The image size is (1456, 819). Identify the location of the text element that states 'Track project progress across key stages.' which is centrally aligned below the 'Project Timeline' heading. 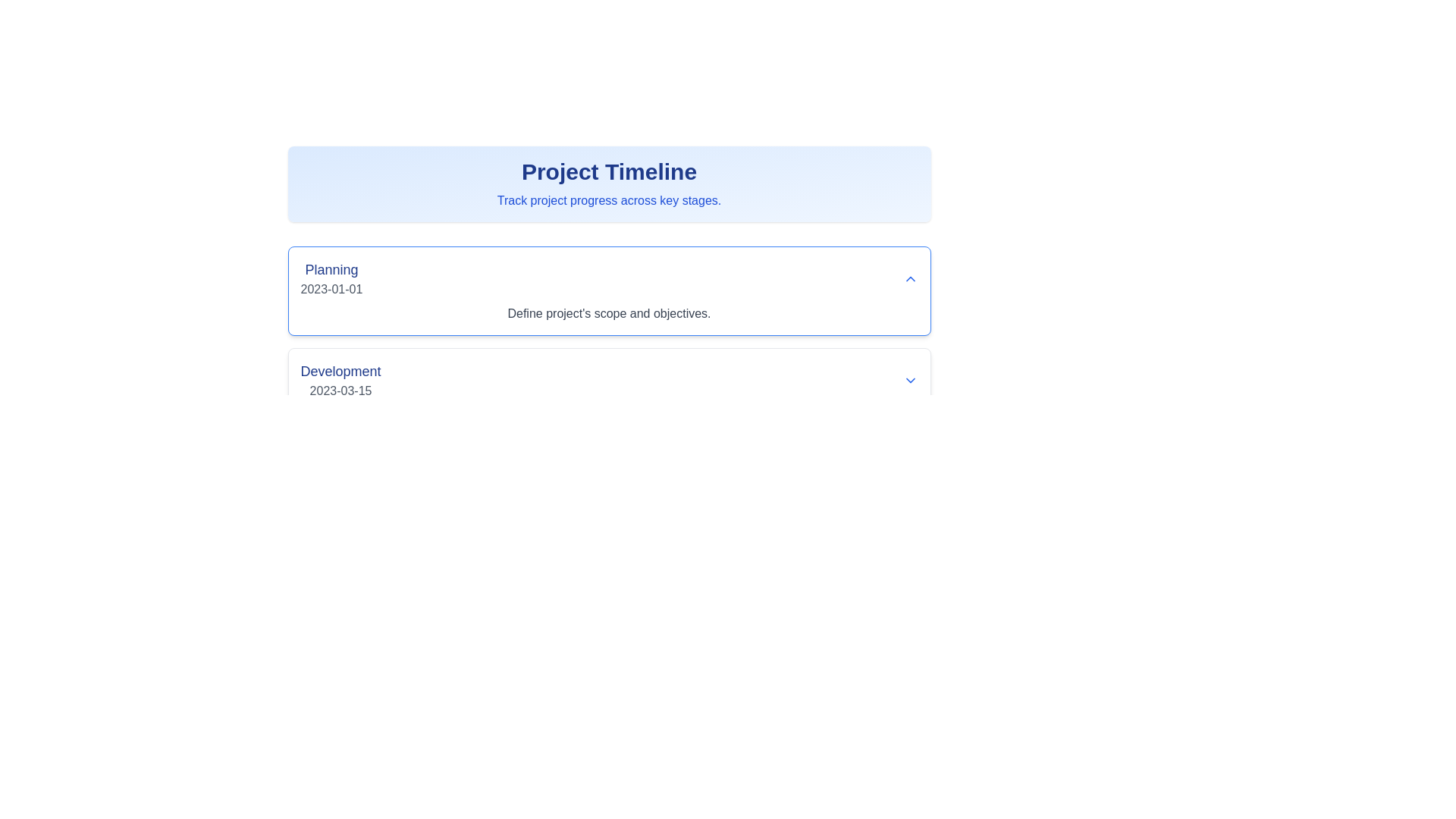
(609, 200).